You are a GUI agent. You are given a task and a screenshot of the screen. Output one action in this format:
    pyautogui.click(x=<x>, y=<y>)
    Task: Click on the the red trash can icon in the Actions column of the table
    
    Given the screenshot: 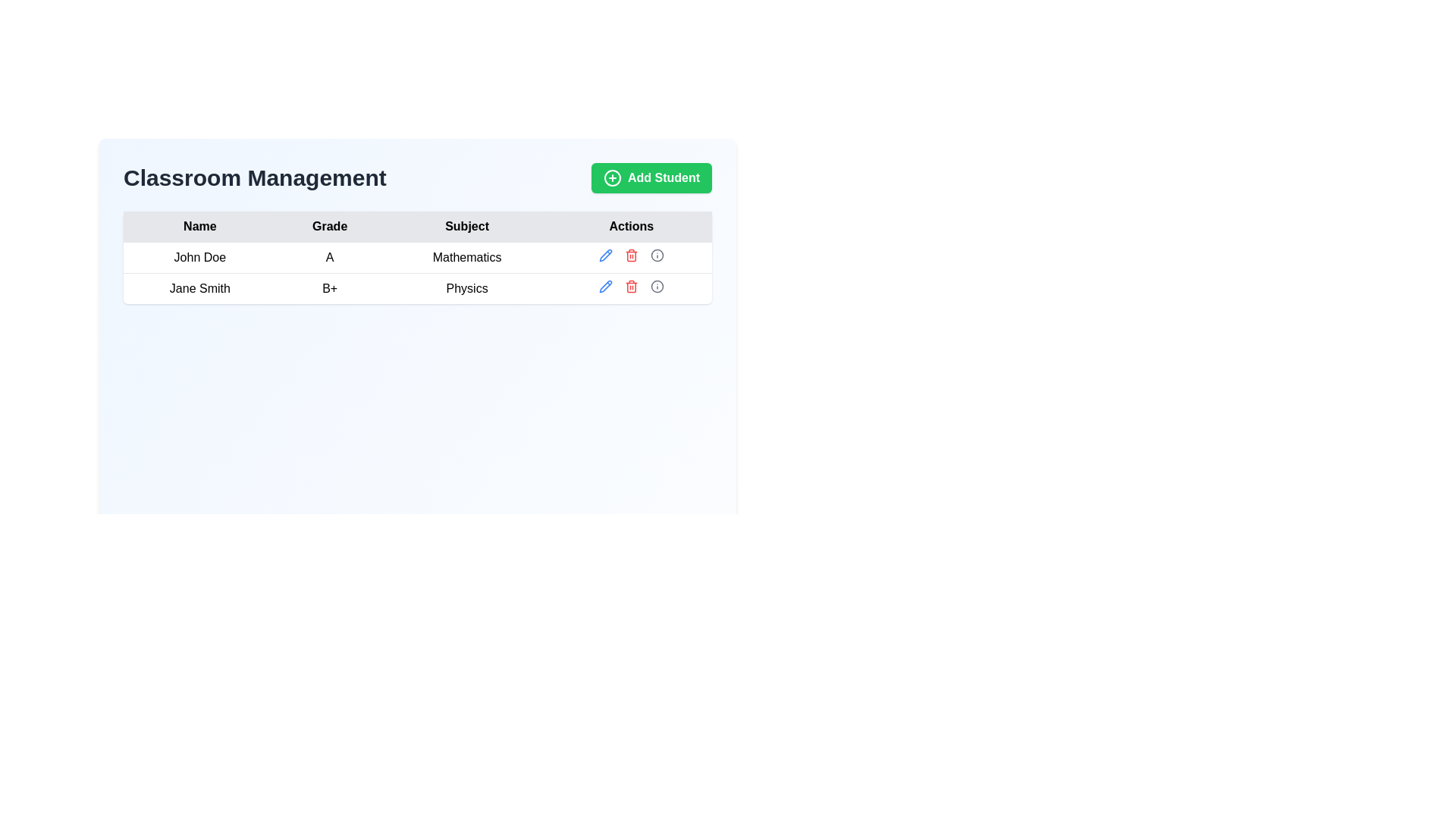 What is the action you would take?
    pyautogui.click(x=630, y=254)
    